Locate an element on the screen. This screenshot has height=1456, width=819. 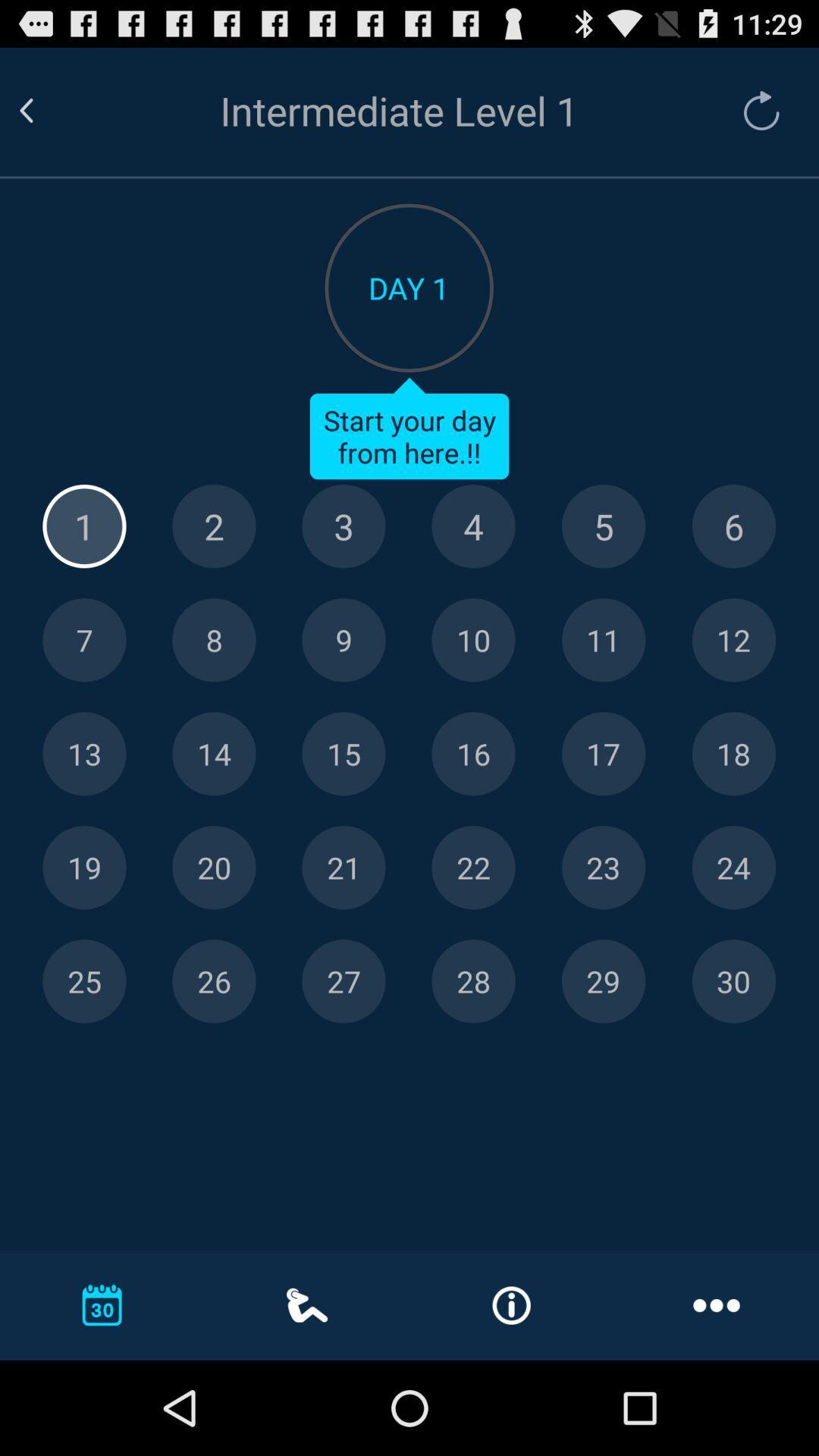
edit date data is located at coordinates (84, 868).